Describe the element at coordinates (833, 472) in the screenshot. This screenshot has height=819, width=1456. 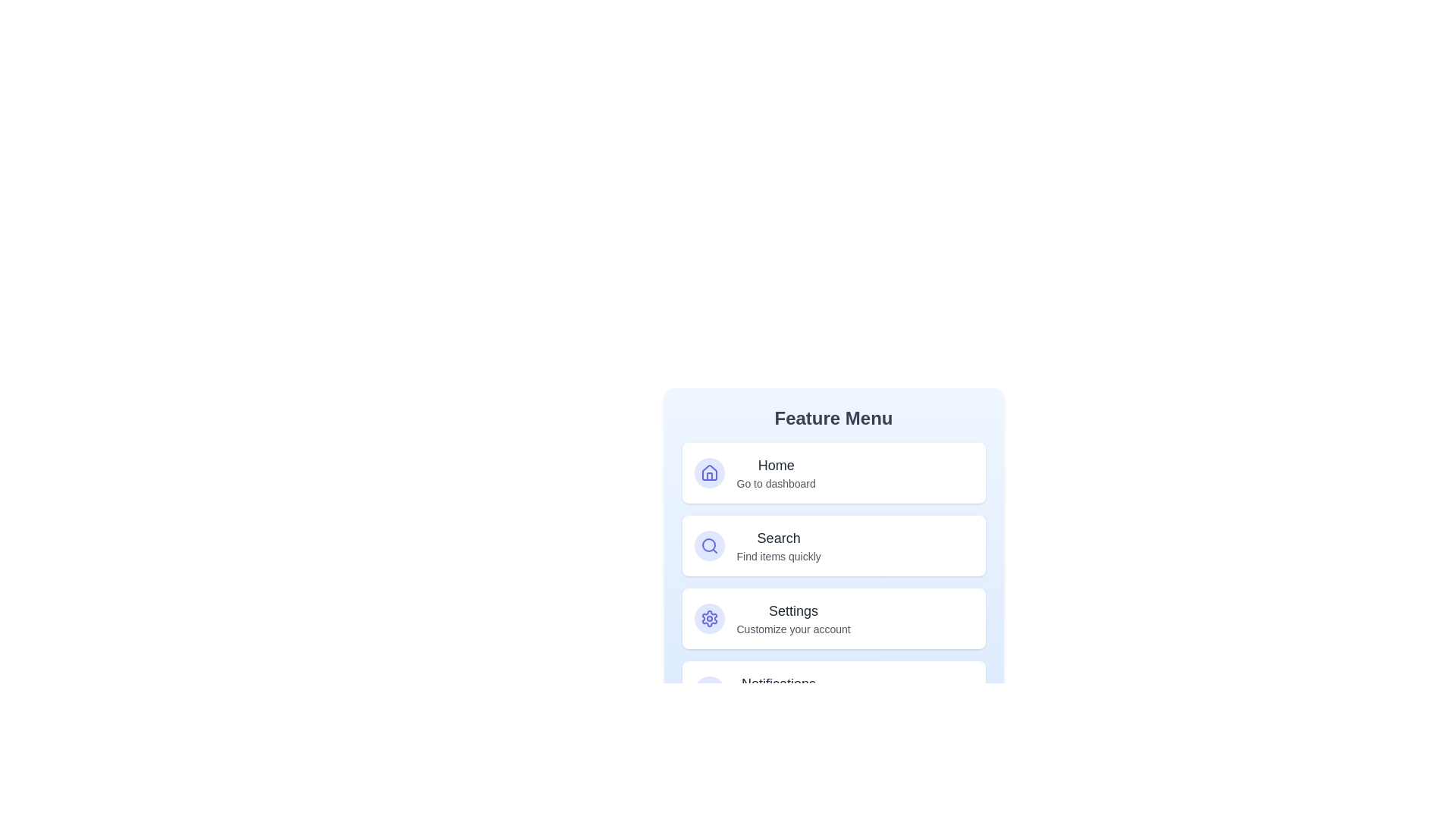
I see `the Home option in the StylishFeatureMenu` at that location.